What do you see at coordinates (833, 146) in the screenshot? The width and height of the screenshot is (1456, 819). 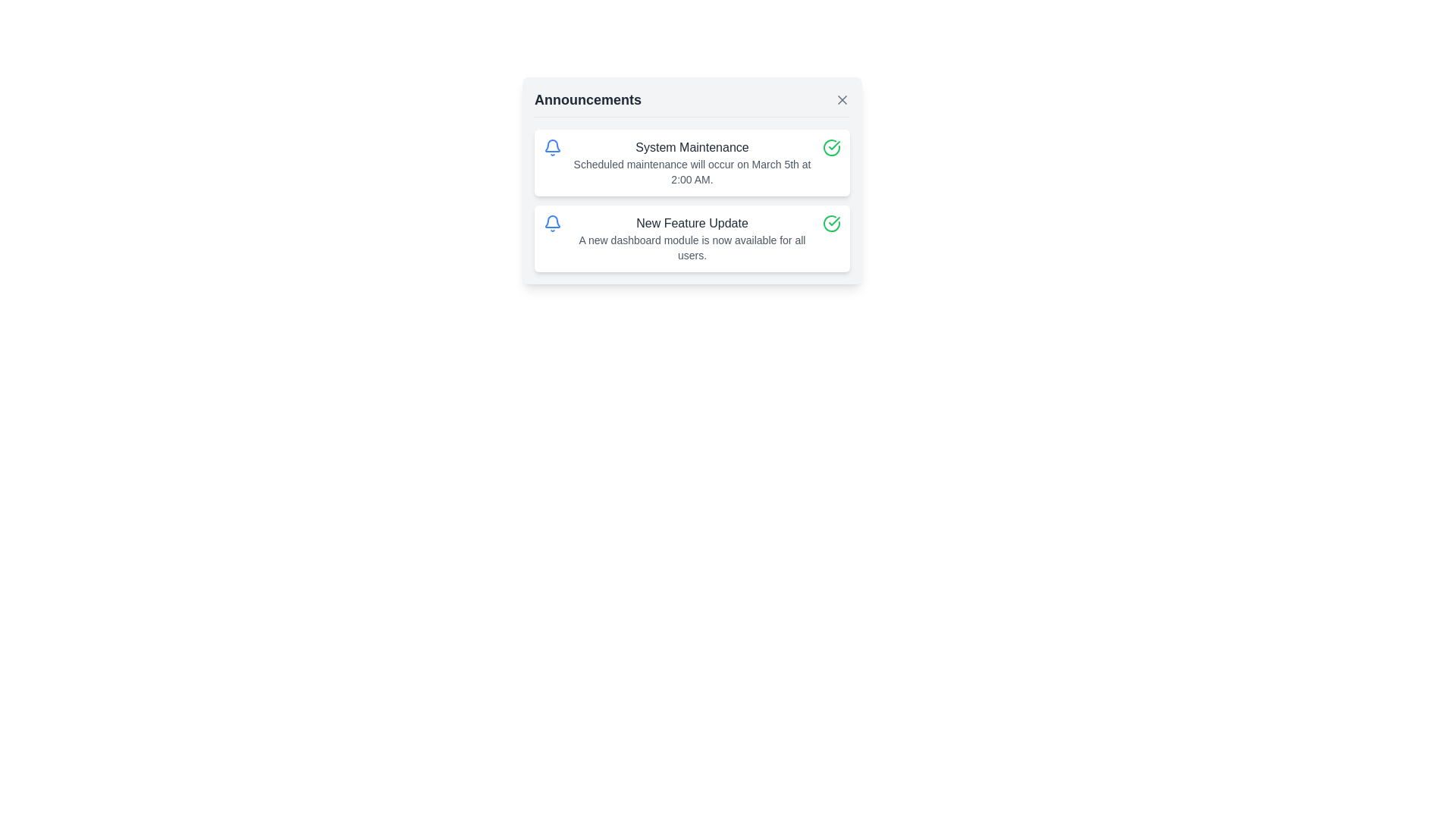 I see `the green check mark icon that indicates approval, located beside the 'New Feature Update' message in the Announcements panel` at bounding box center [833, 146].